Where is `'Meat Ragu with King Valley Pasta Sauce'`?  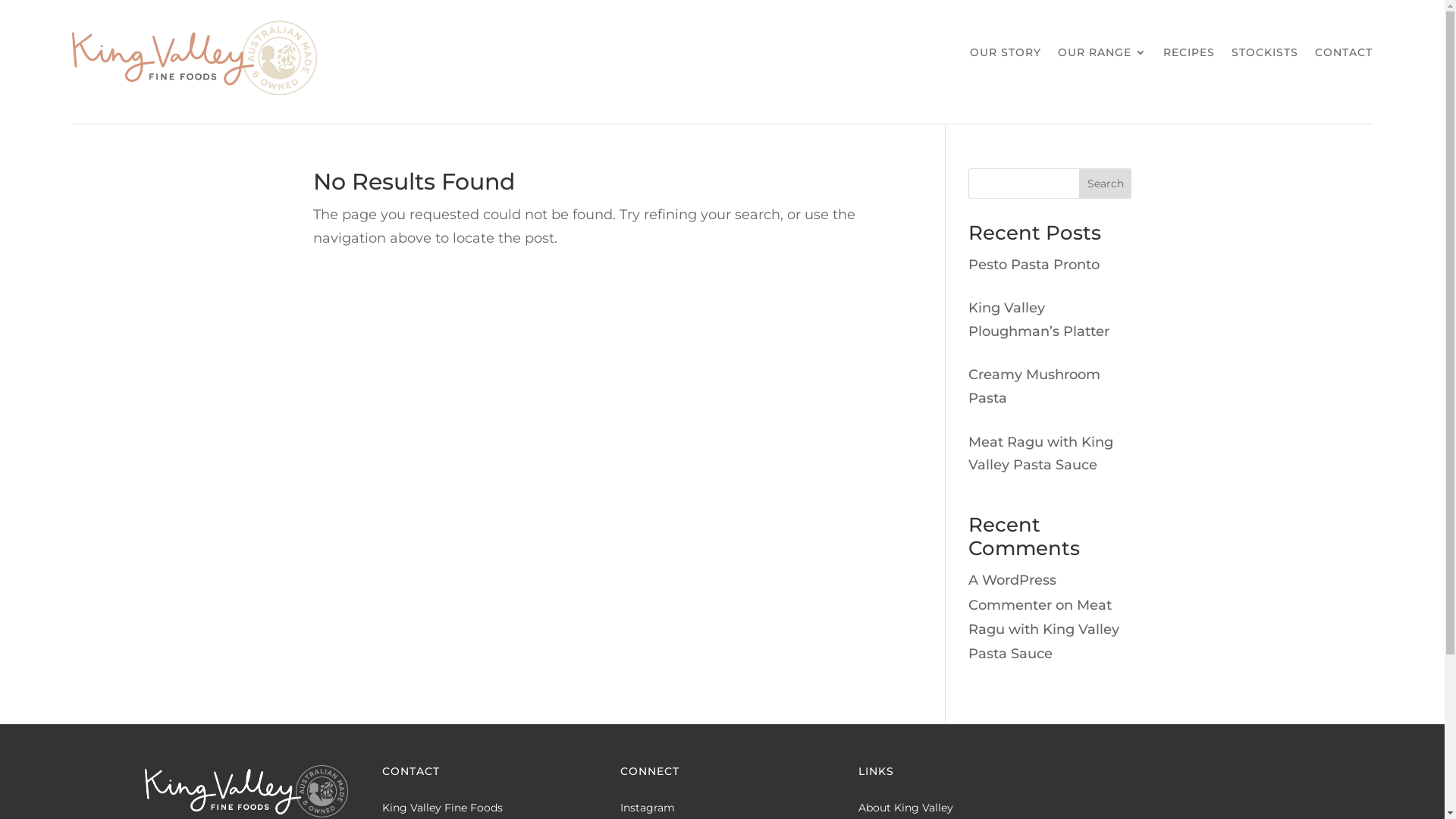 'Meat Ragu with King Valley Pasta Sauce' is located at coordinates (1043, 629).